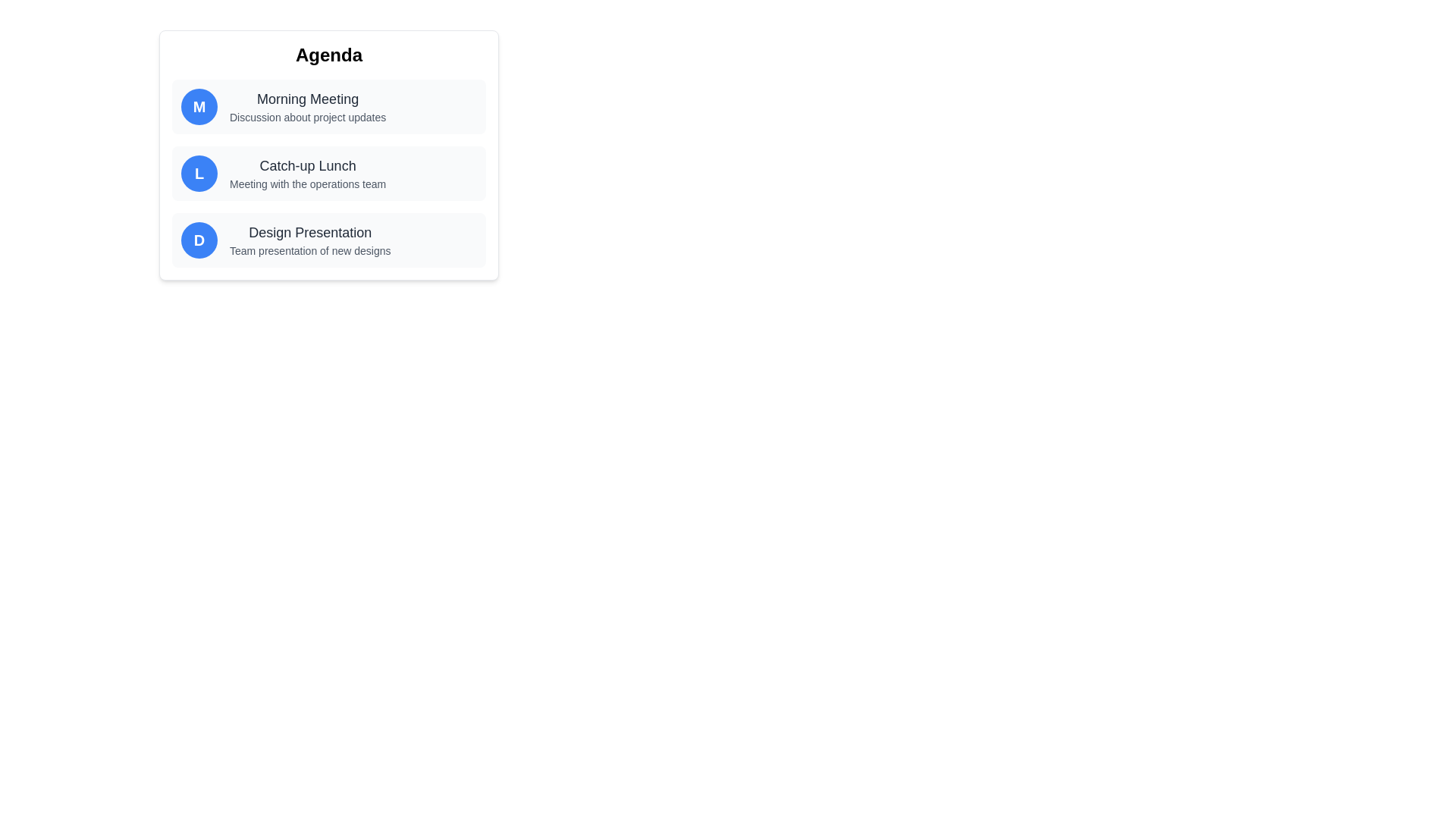 This screenshot has height=819, width=1456. Describe the element at coordinates (328, 55) in the screenshot. I see `the header text element displaying 'Agenda', which is a large, bold, black title centered at the top of a white card-like structure` at that location.